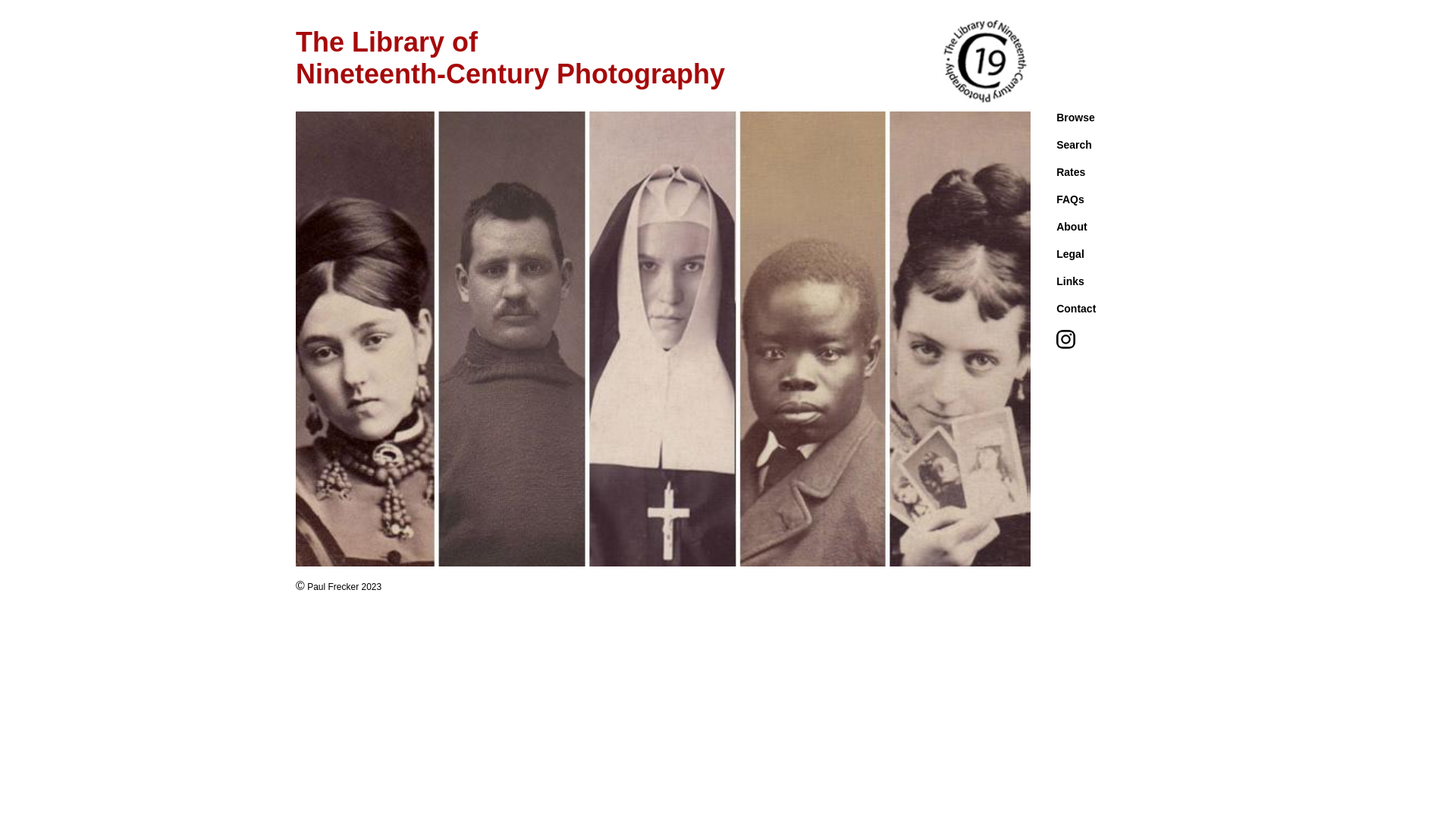 This screenshot has height=819, width=1456. What do you see at coordinates (1069, 171) in the screenshot?
I see `'Rates'` at bounding box center [1069, 171].